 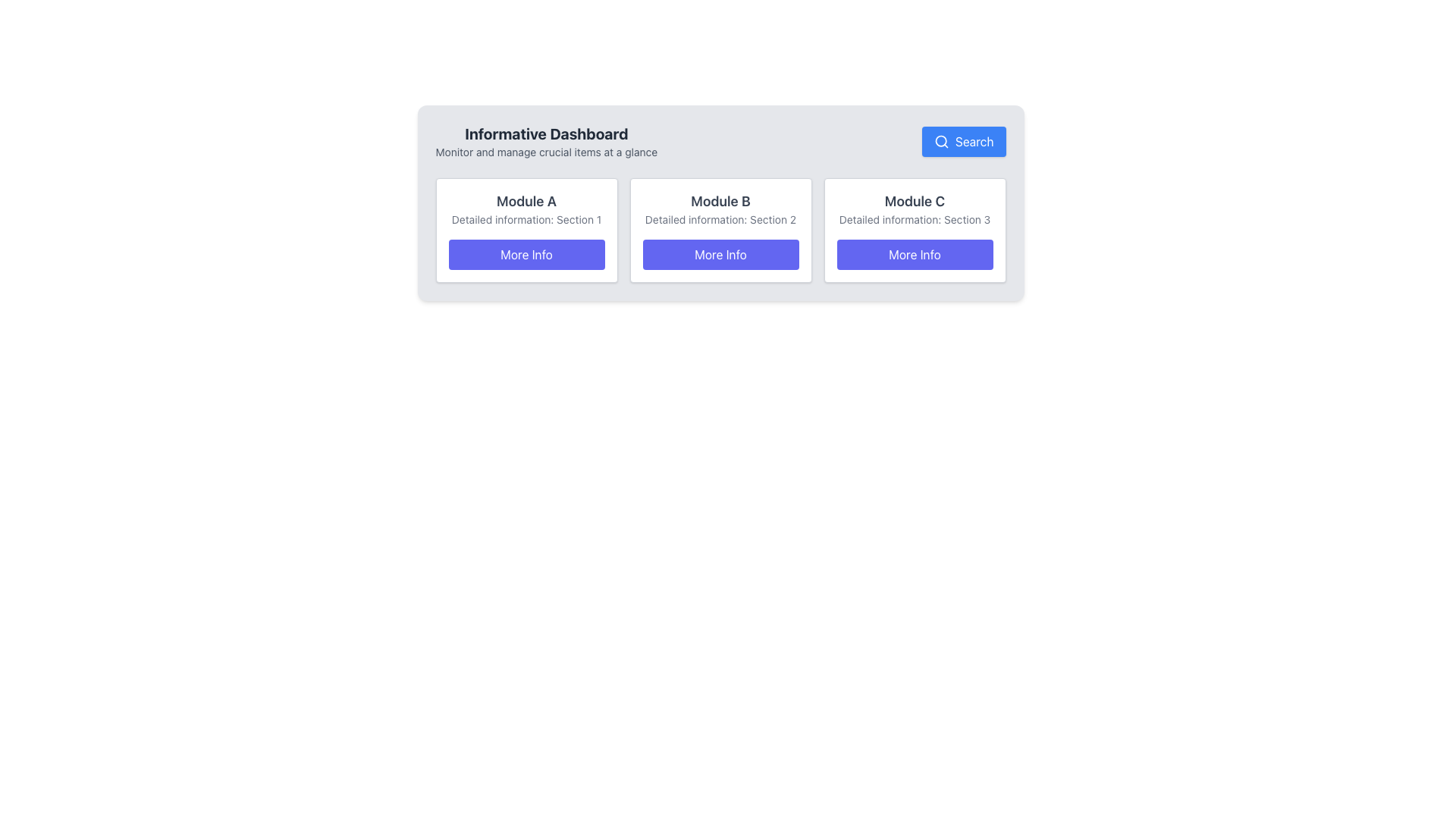 I want to click on the blue button labeled 'More Info' at the bottom of the card titled 'Module A', so click(x=526, y=231).